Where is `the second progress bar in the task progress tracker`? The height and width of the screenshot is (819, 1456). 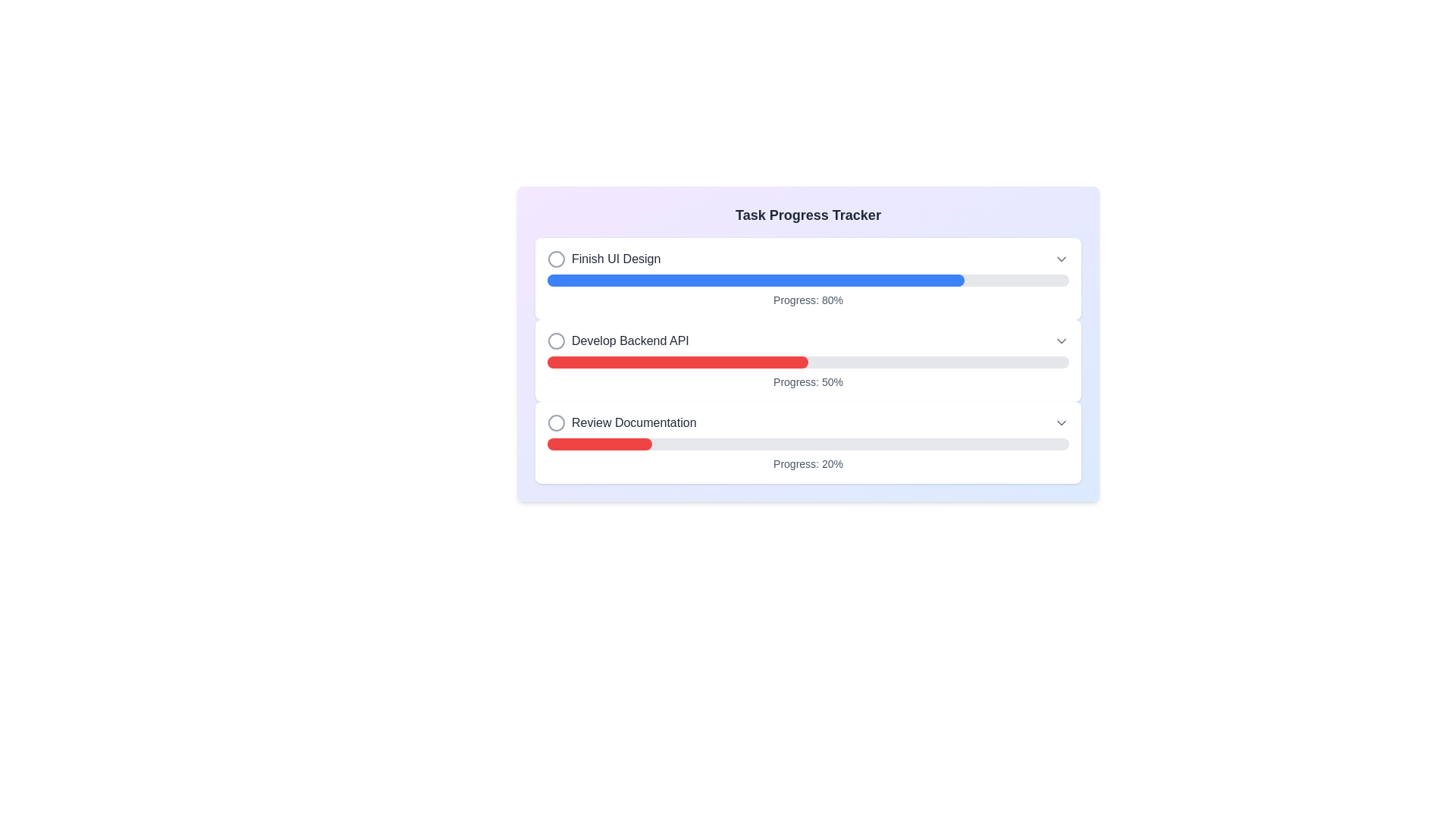
the second progress bar in the task progress tracker is located at coordinates (807, 344).